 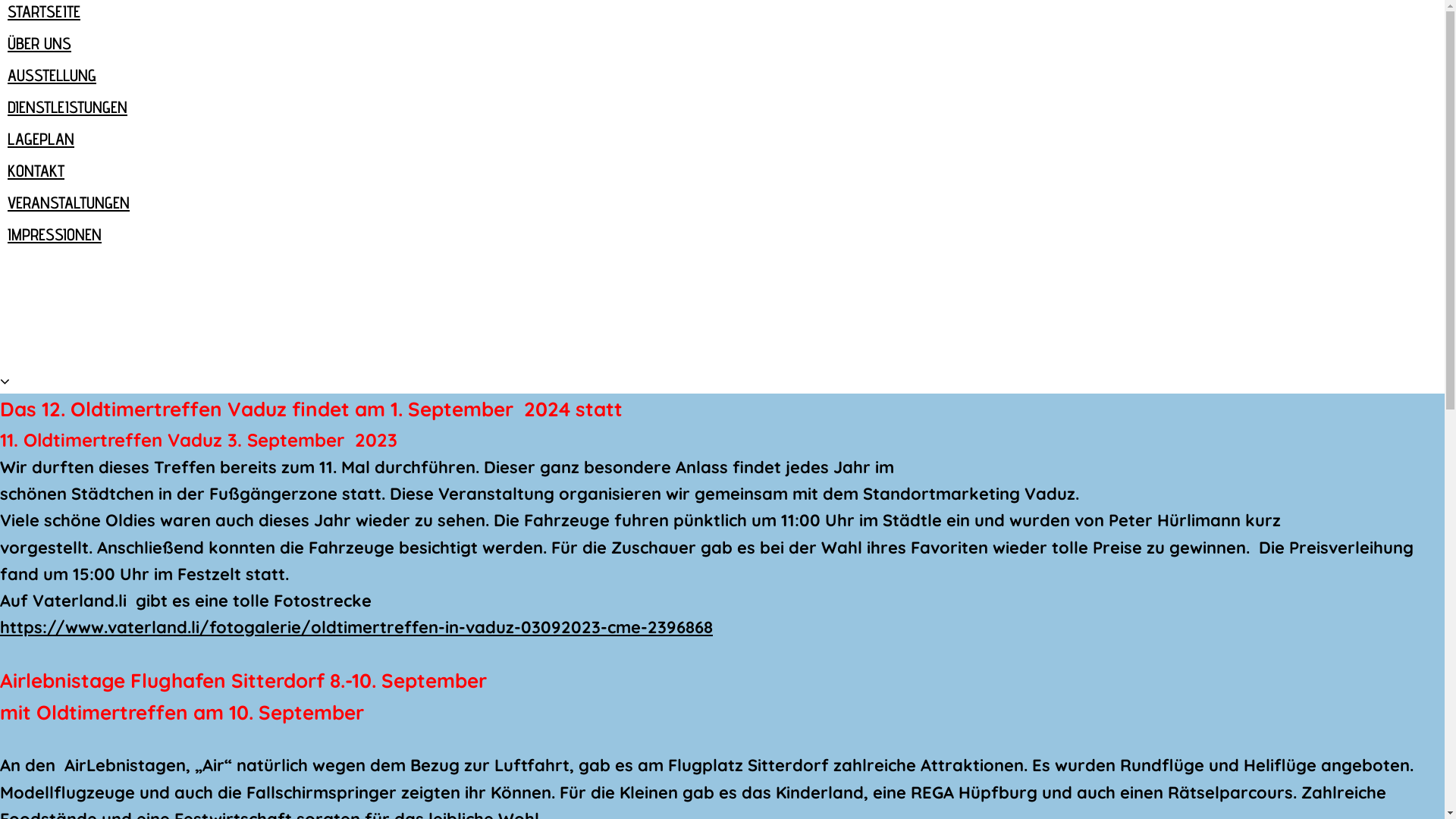 I want to click on 'AUSSTELLUNG', so click(x=52, y=75).